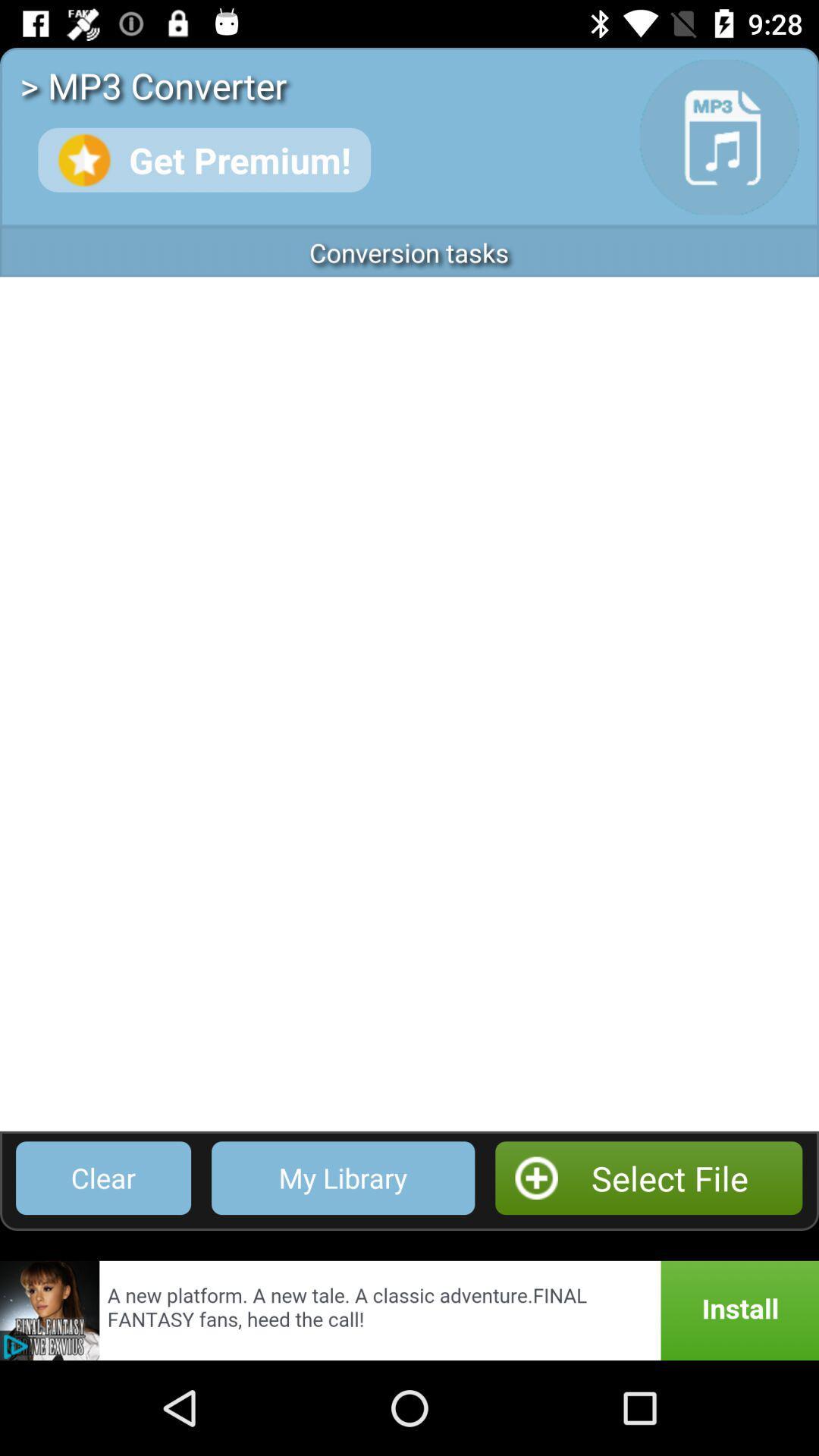  I want to click on the select file at the bottom right corner, so click(648, 1177).